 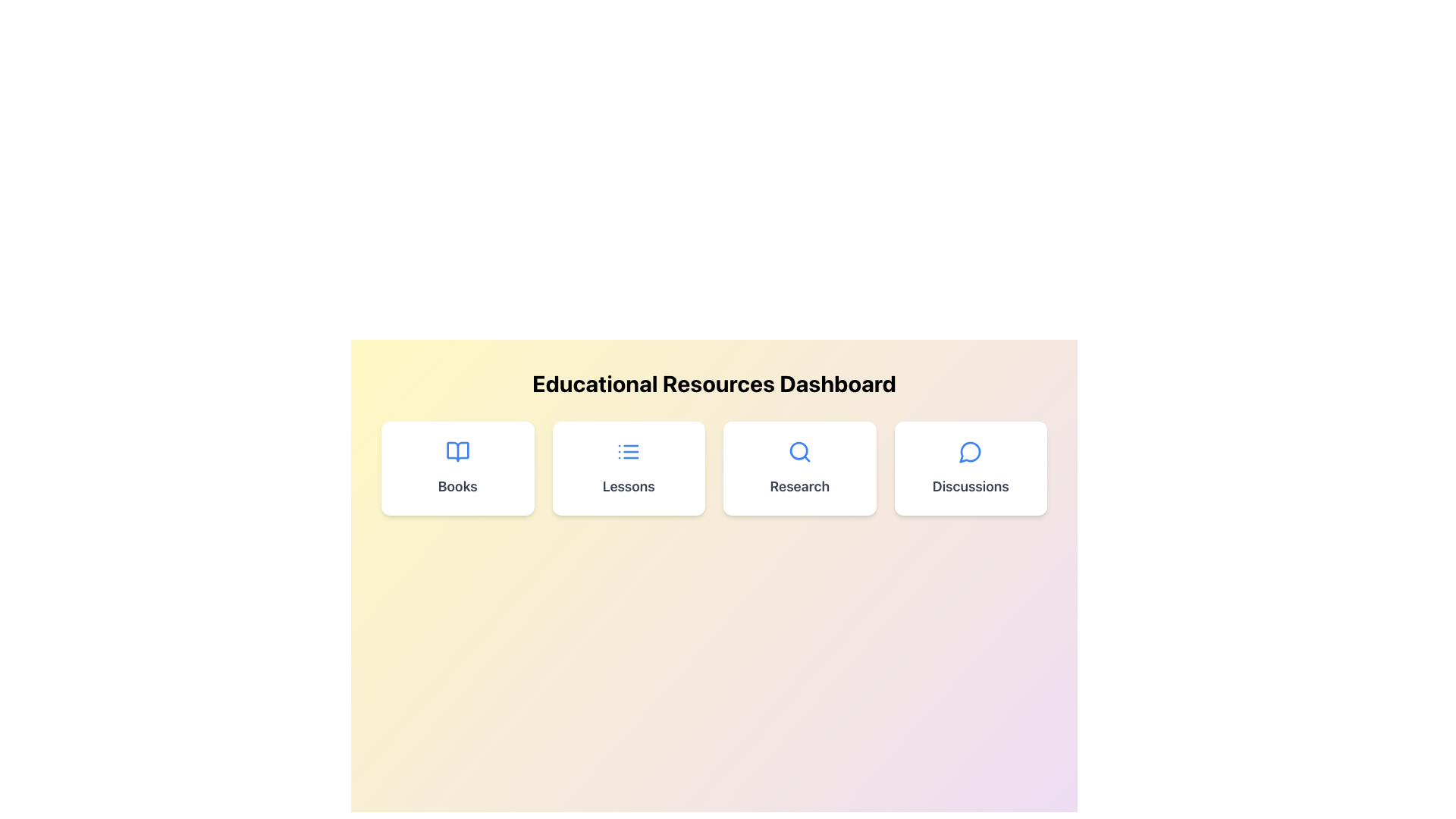 What do you see at coordinates (971, 451) in the screenshot?
I see `the message bubble icon located within the 'Discussions' card, which is the last card in a horizontal row under the 'Educational Resources Dashboard'` at bounding box center [971, 451].